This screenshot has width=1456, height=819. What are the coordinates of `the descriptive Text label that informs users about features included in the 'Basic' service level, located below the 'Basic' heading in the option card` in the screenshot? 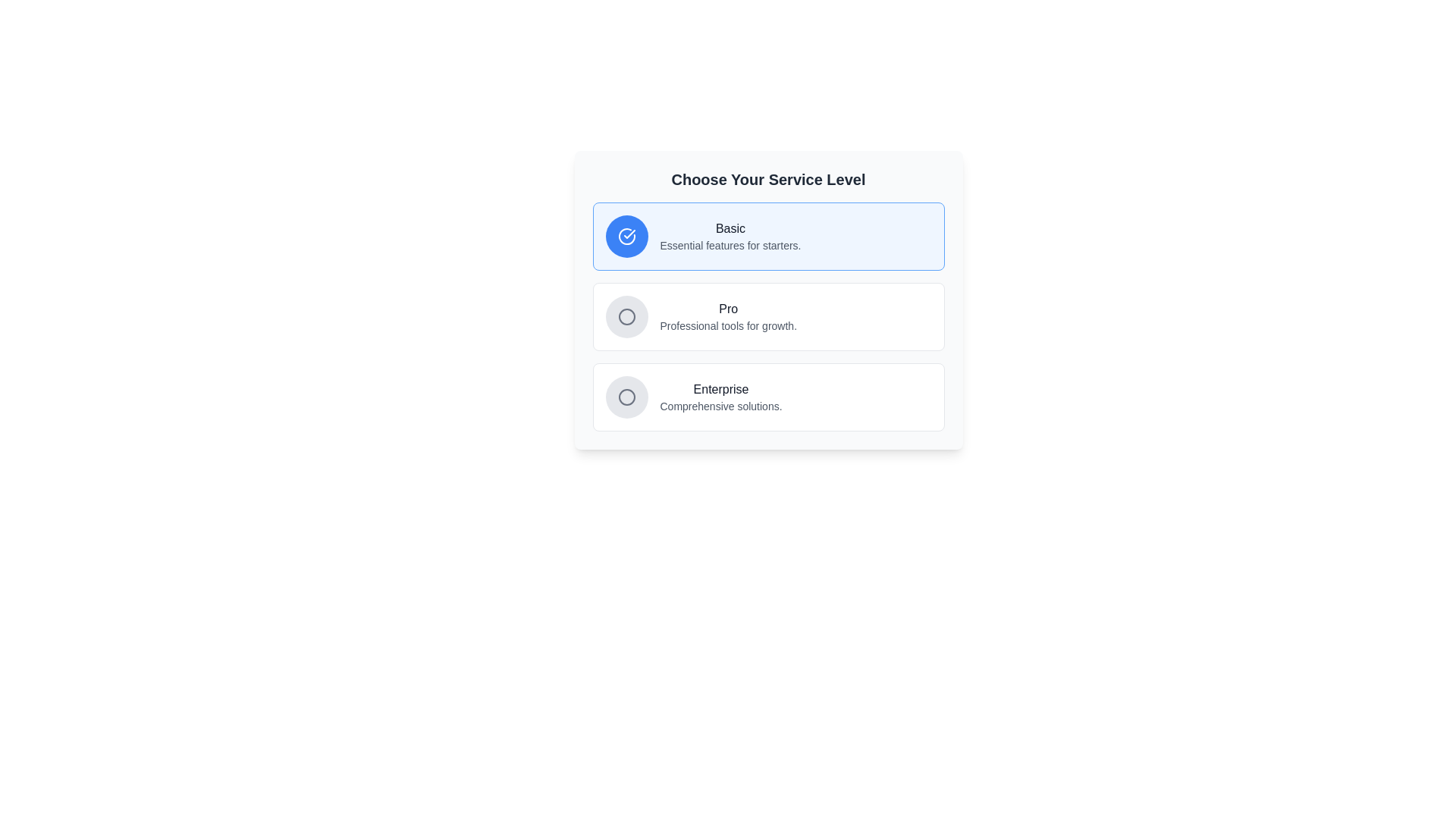 It's located at (730, 245).